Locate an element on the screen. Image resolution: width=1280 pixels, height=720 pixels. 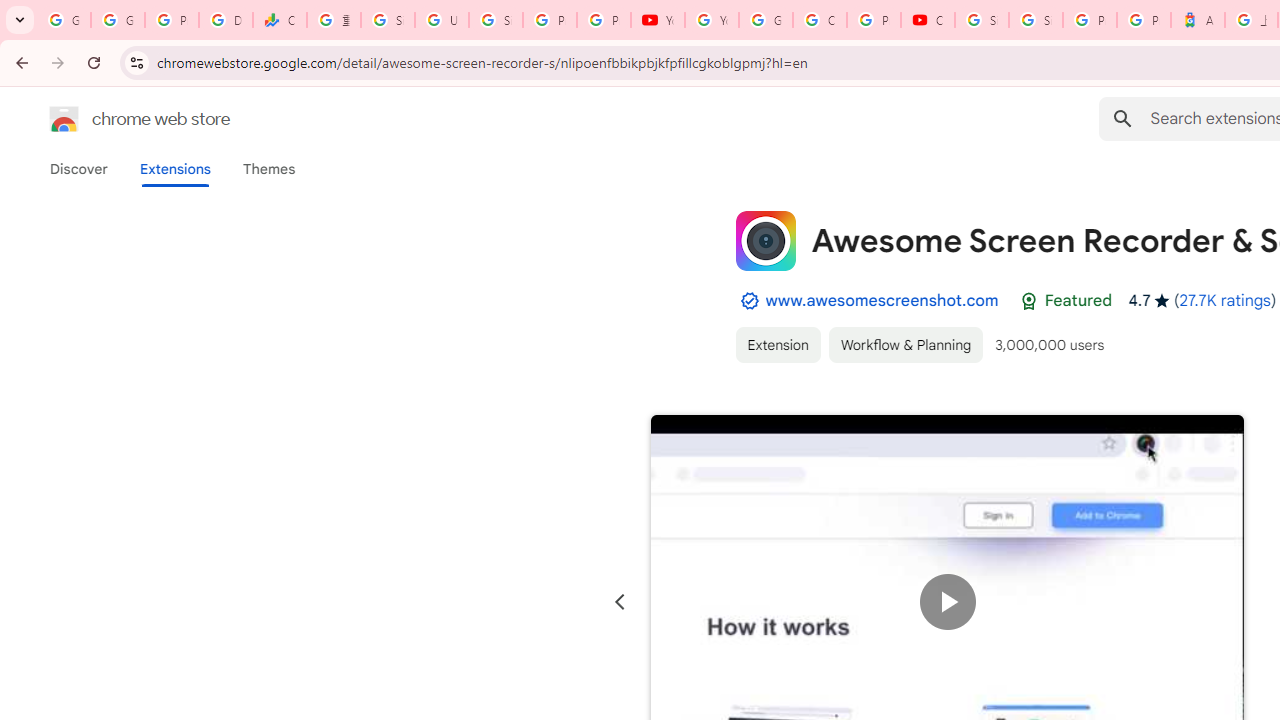
'Content Creator Programs & Opportunities - YouTube Creators' is located at coordinates (927, 20).